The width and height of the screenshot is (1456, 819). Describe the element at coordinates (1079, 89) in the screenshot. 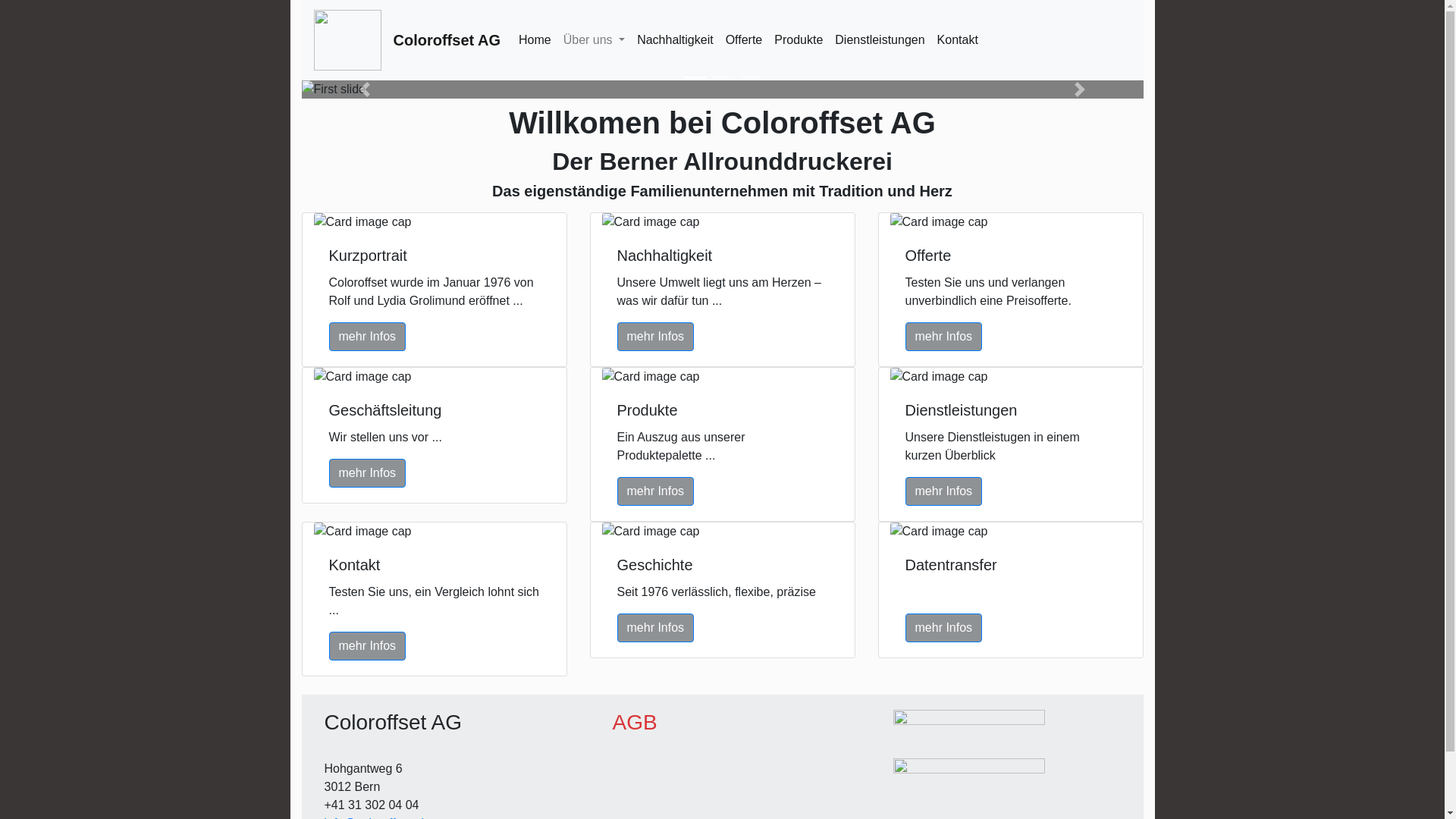

I see `'Next'` at that location.